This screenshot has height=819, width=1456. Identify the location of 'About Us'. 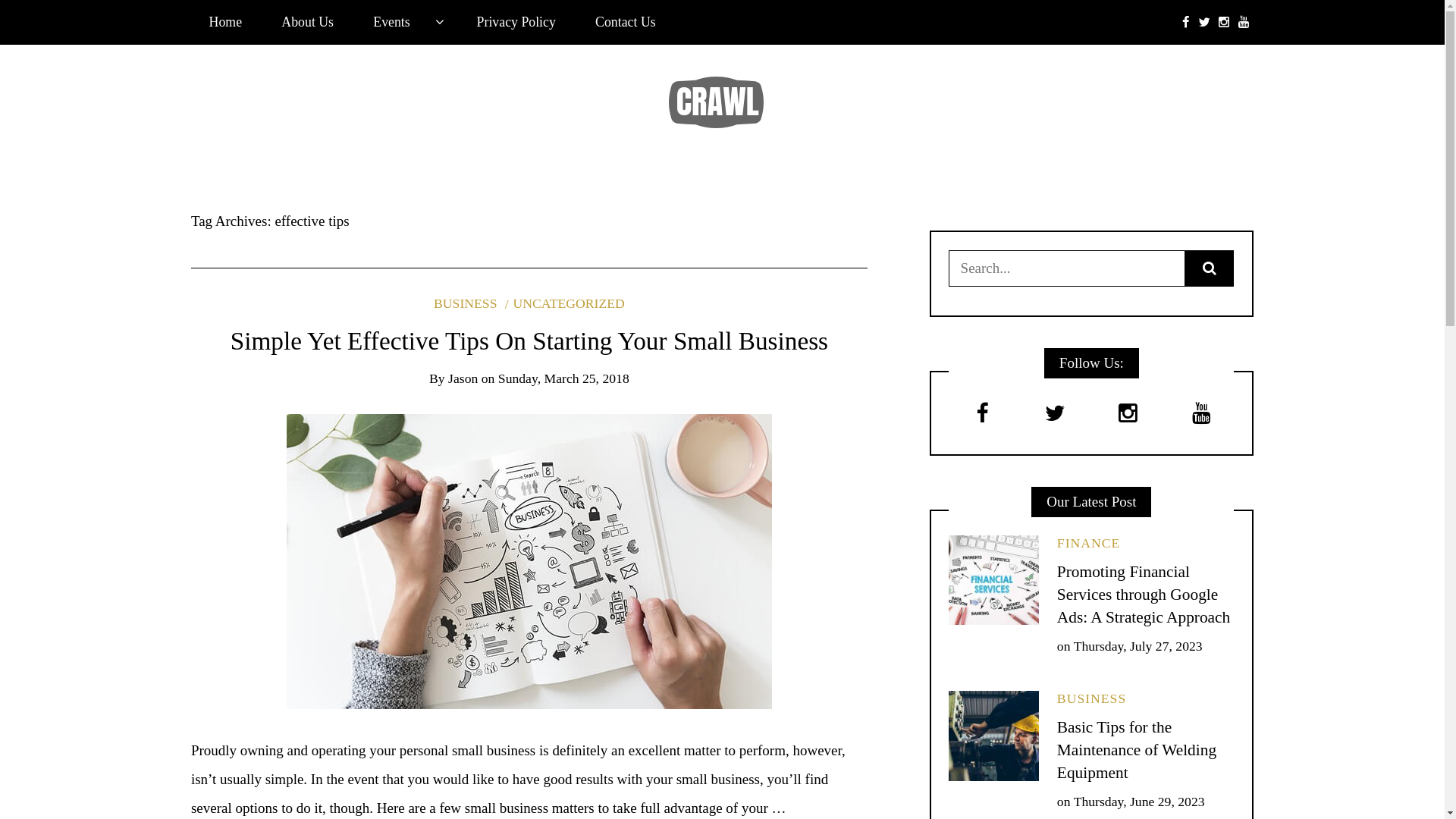
(307, 22).